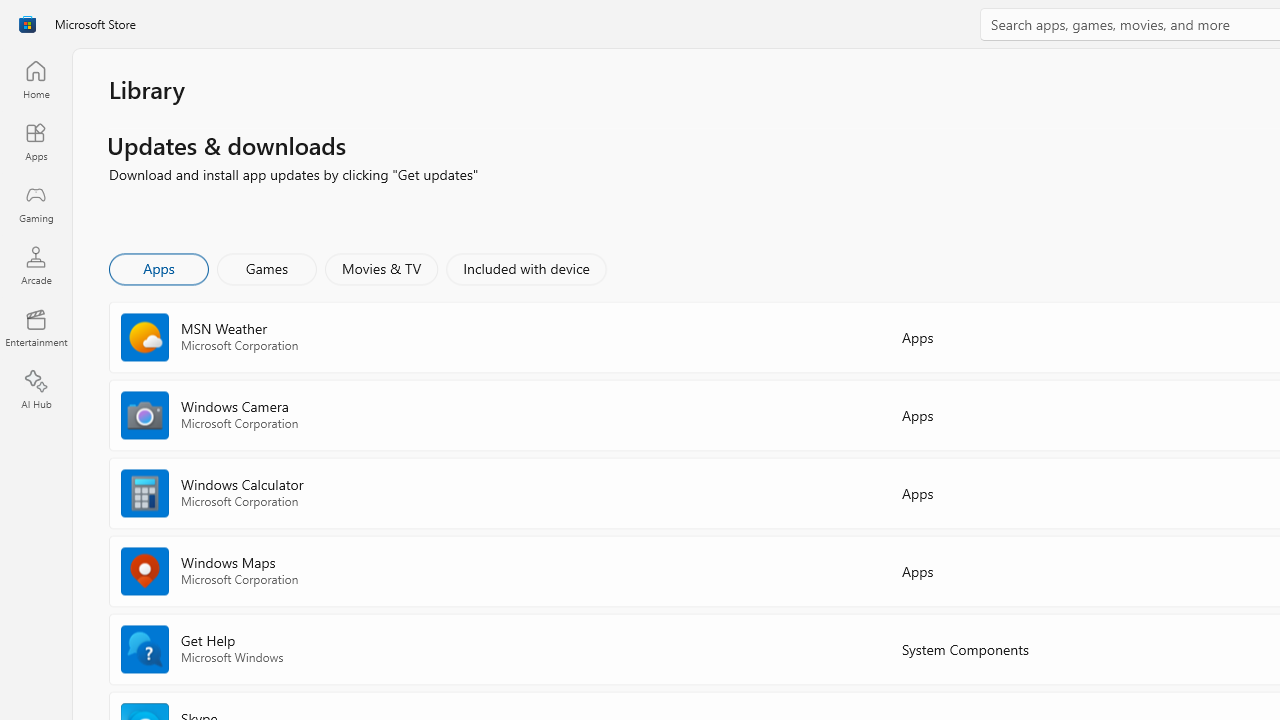  What do you see at coordinates (266, 267) in the screenshot?
I see `'Games'` at bounding box center [266, 267].